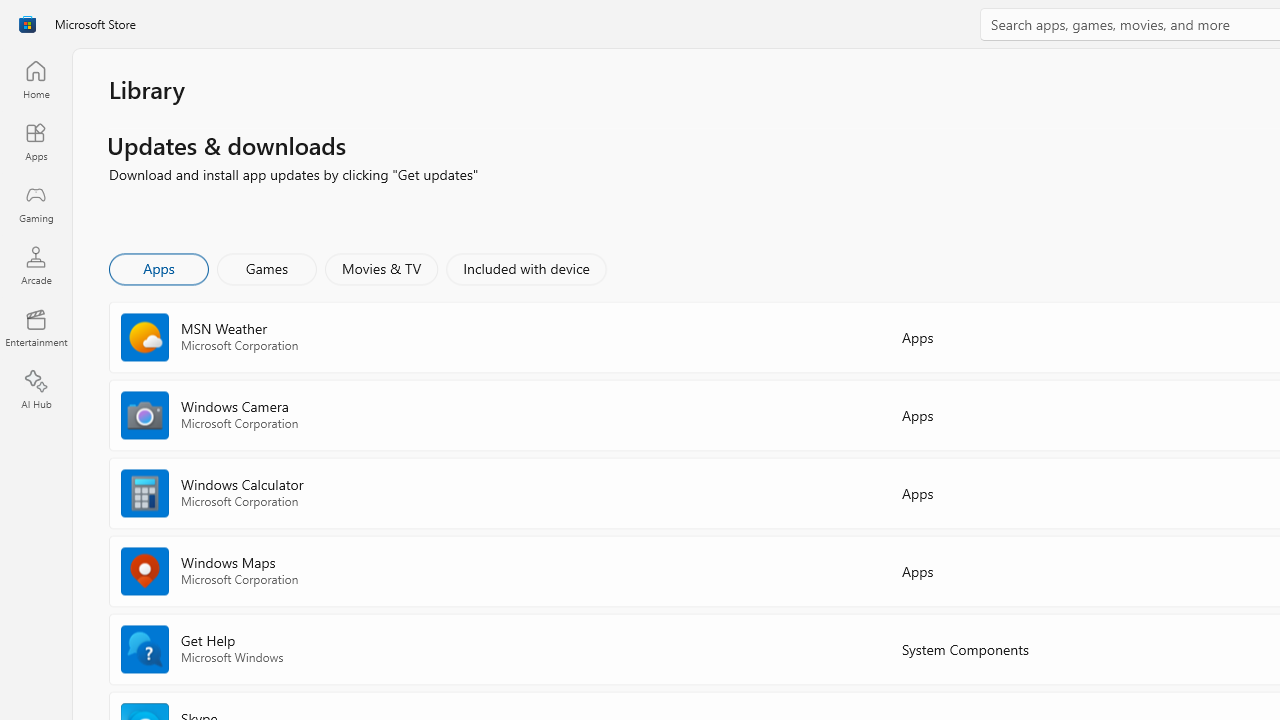  What do you see at coordinates (266, 267) in the screenshot?
I see `'Games'` at bounding box center [266, 267].